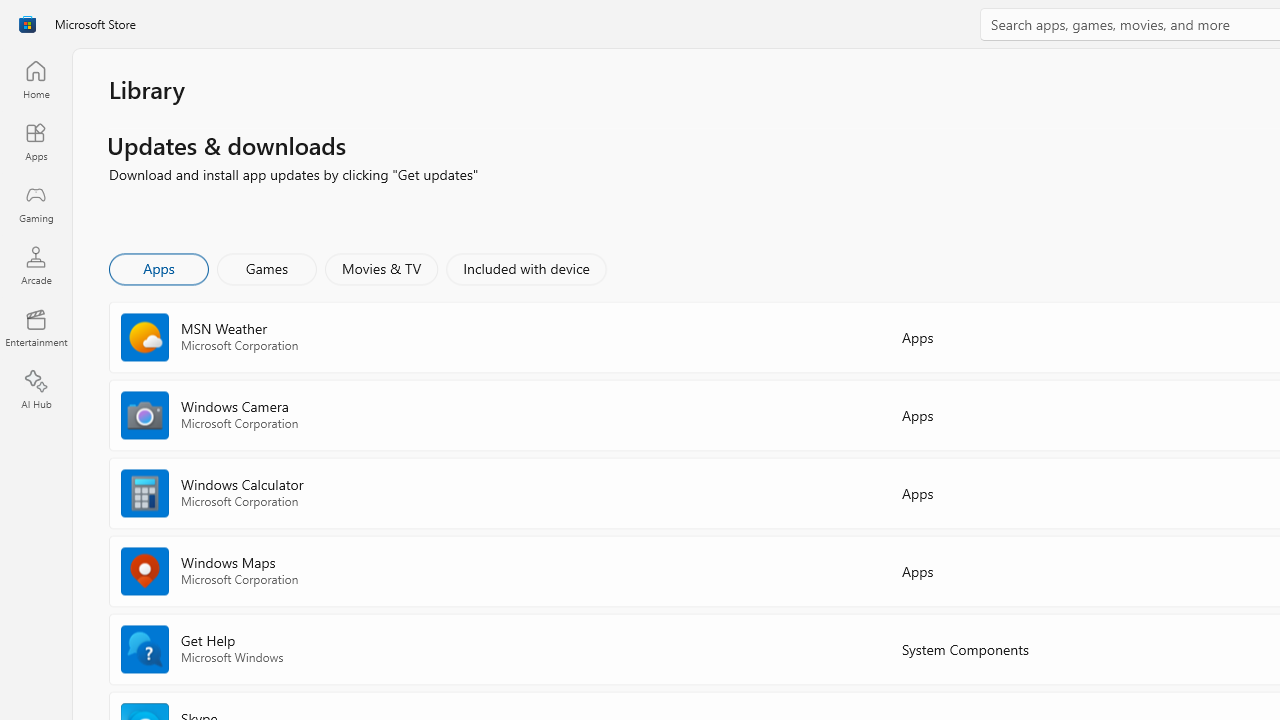  What do you see at coordinates (266, 267) in the screenshot?
I see `'Games'` at bounding box center [266, 267].